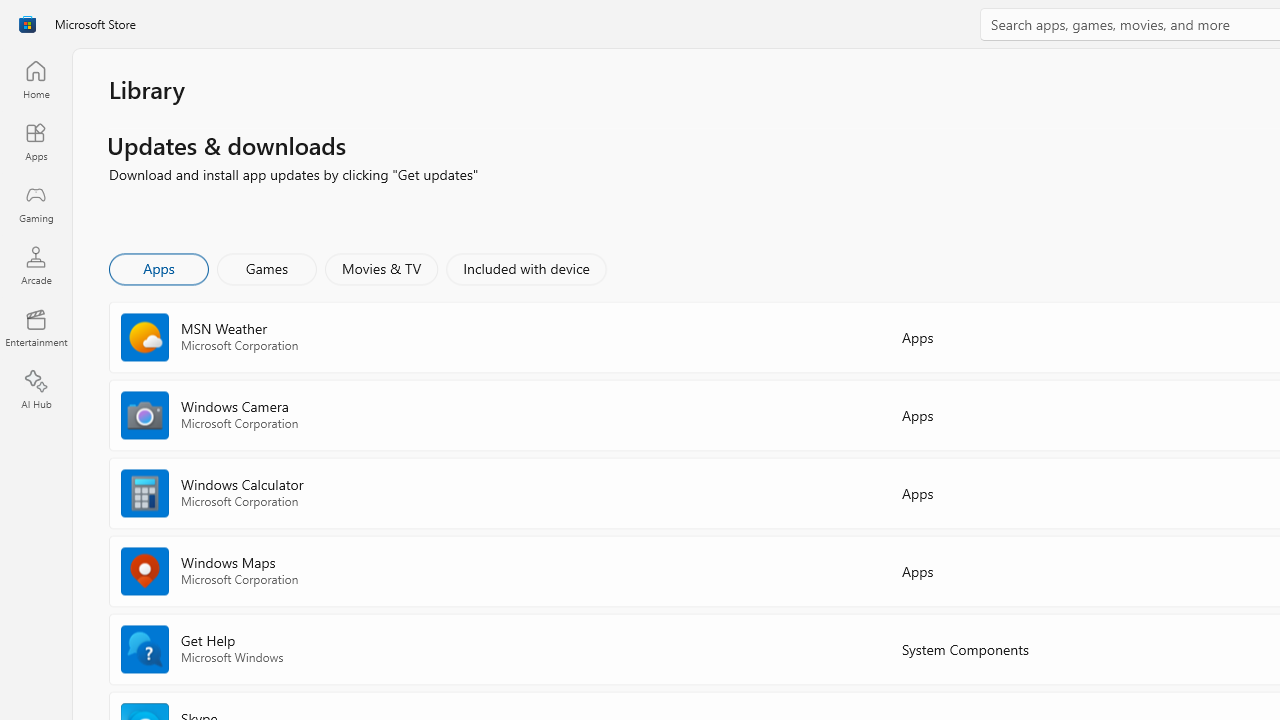  What do you see at coordinates (266, 267) in the screenshot?
I see `'Games'` at bounding box center [266, 267].